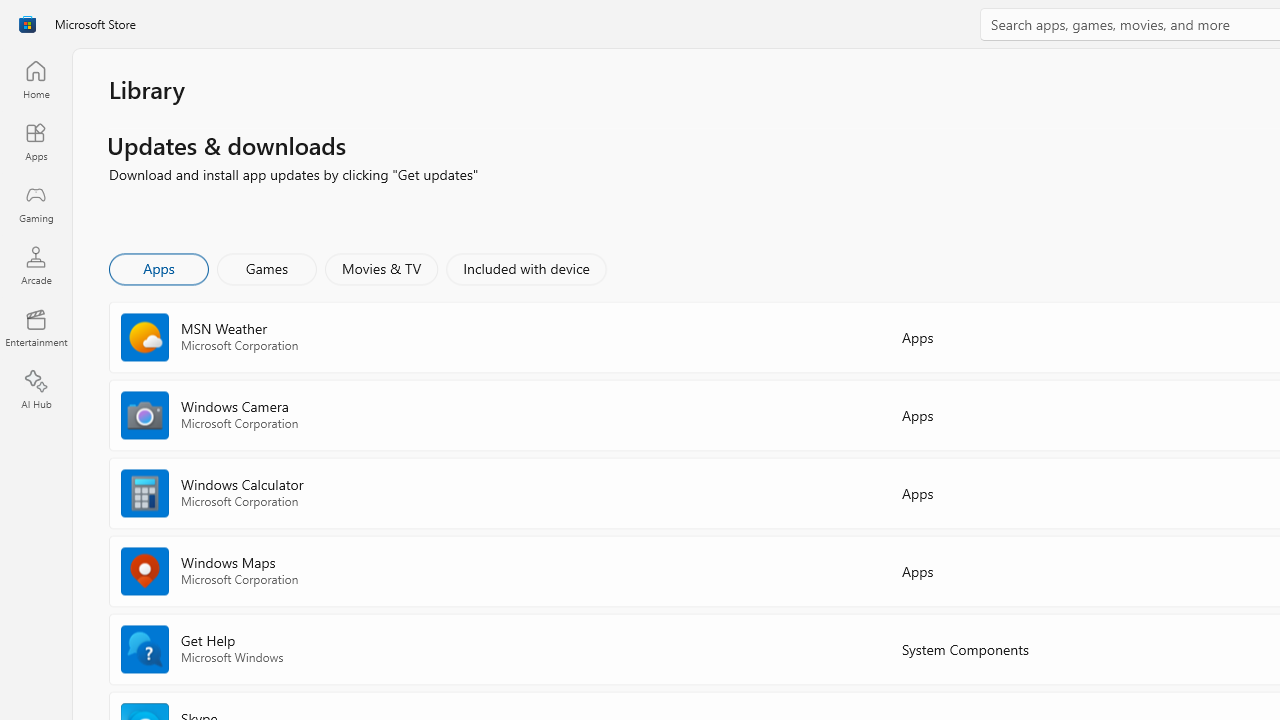  What do you see at coordinates (266, 267) in the screenshot?
I see `'Games'` at bounding box center [266, 267].